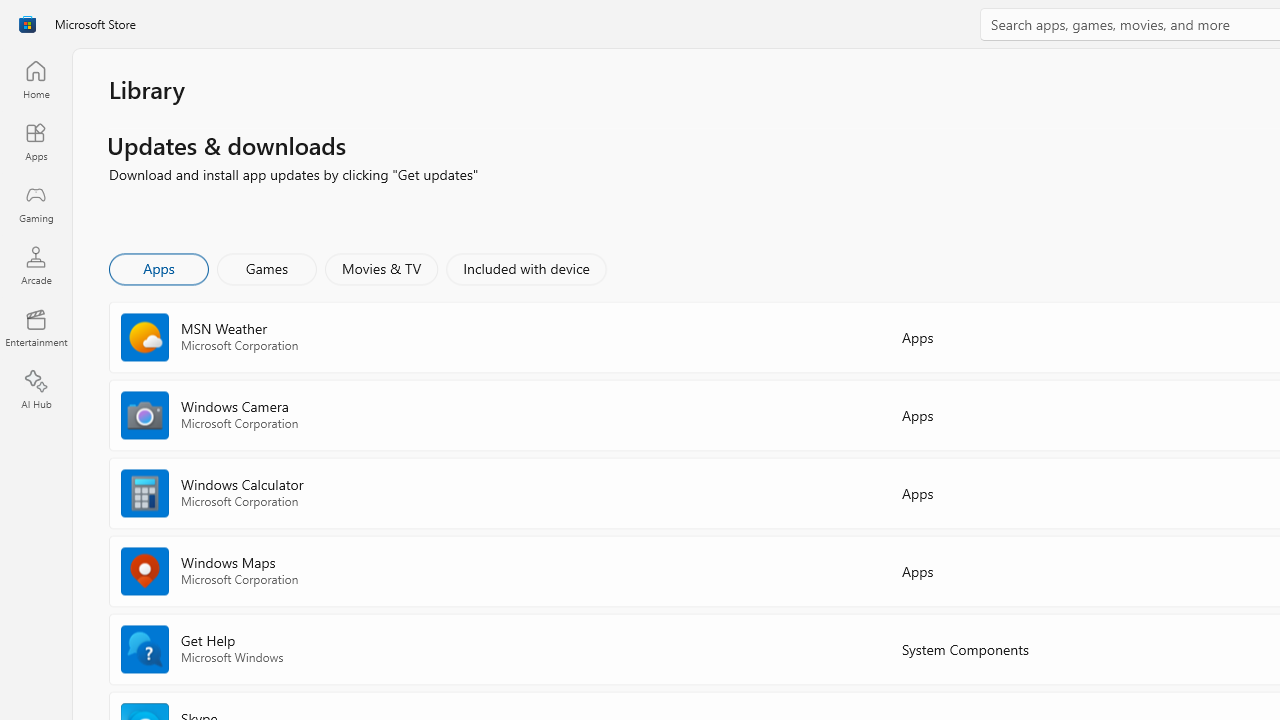  What do you see at coordinates (266, 267) in the screenshot?
I see `'Games'` at bounding box center [266, 267].